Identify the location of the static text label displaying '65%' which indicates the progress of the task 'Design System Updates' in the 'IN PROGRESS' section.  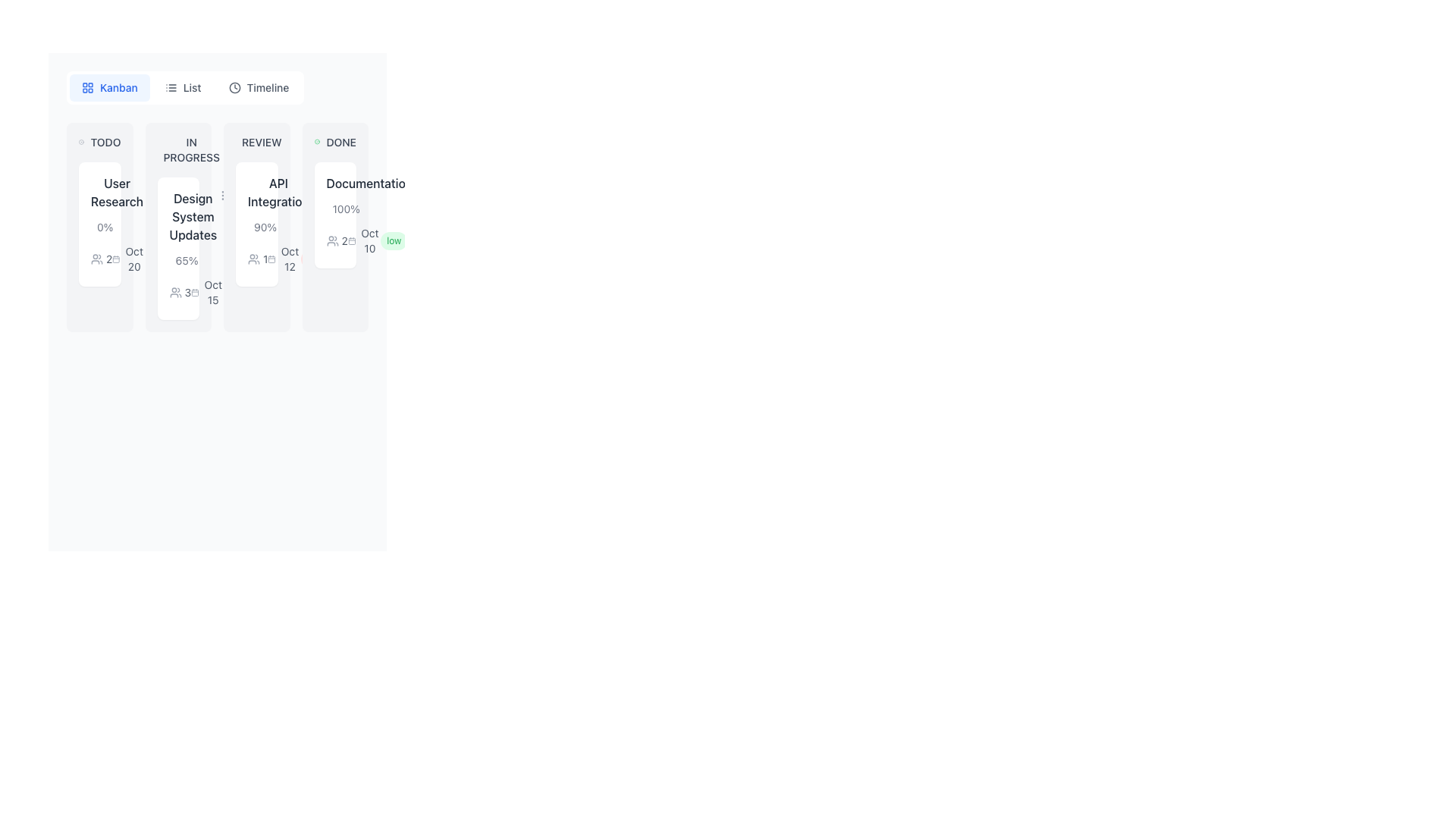
(186, 259).